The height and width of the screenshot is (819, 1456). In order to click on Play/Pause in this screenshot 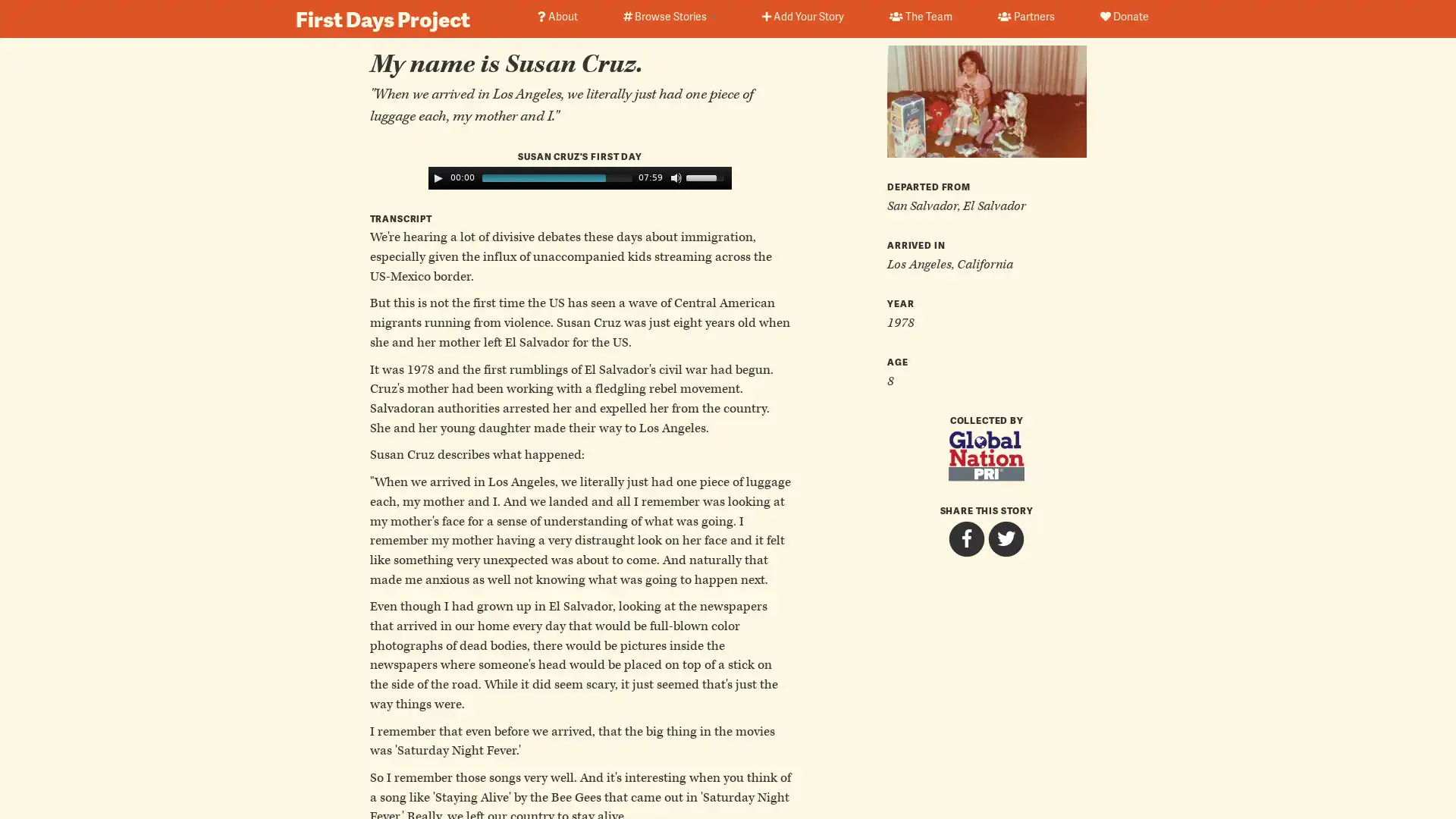, I will do `click(437, 177)`.